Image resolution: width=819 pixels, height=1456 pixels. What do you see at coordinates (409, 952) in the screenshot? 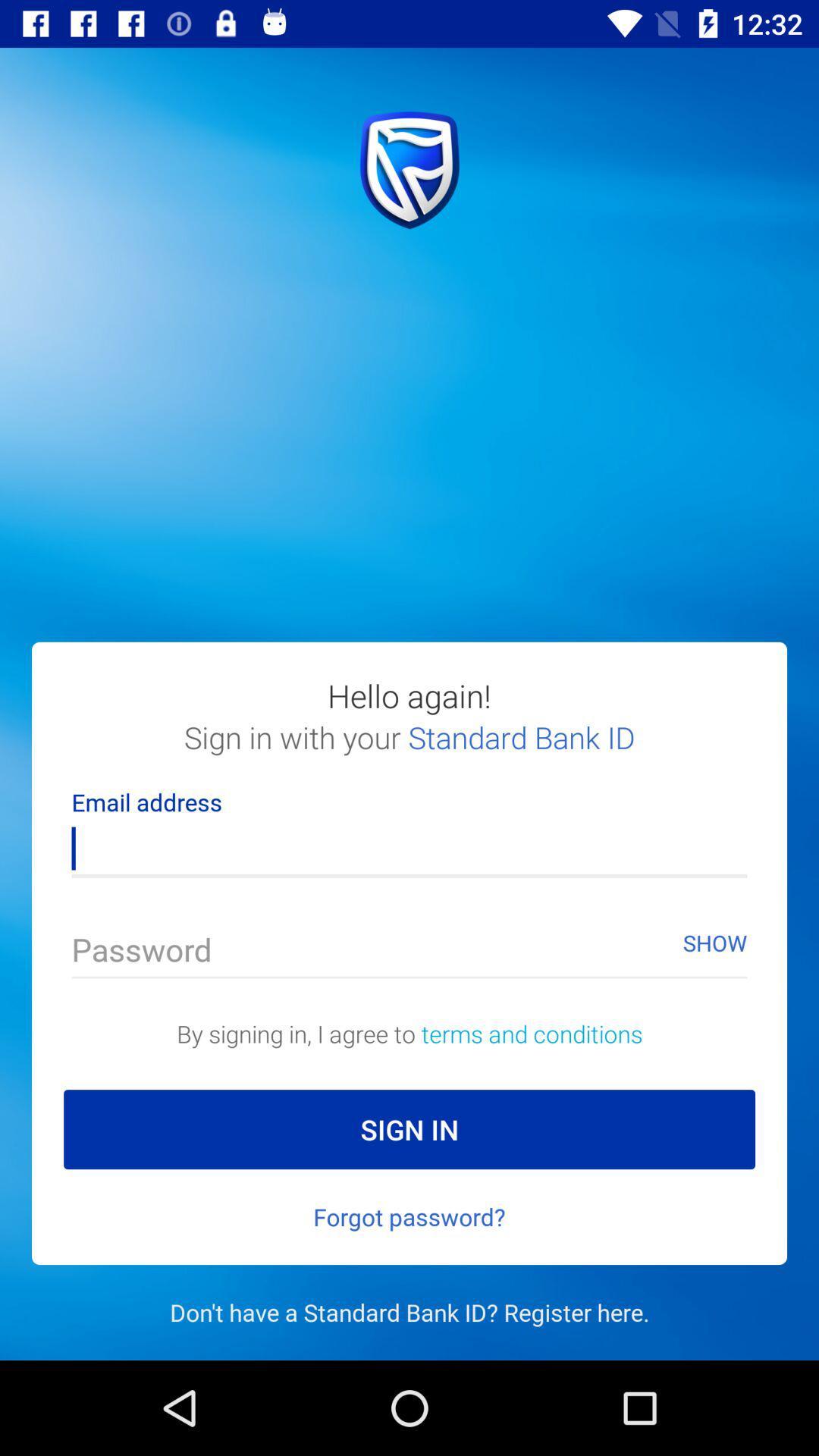
I see `text` at bounding box center [409, 952].